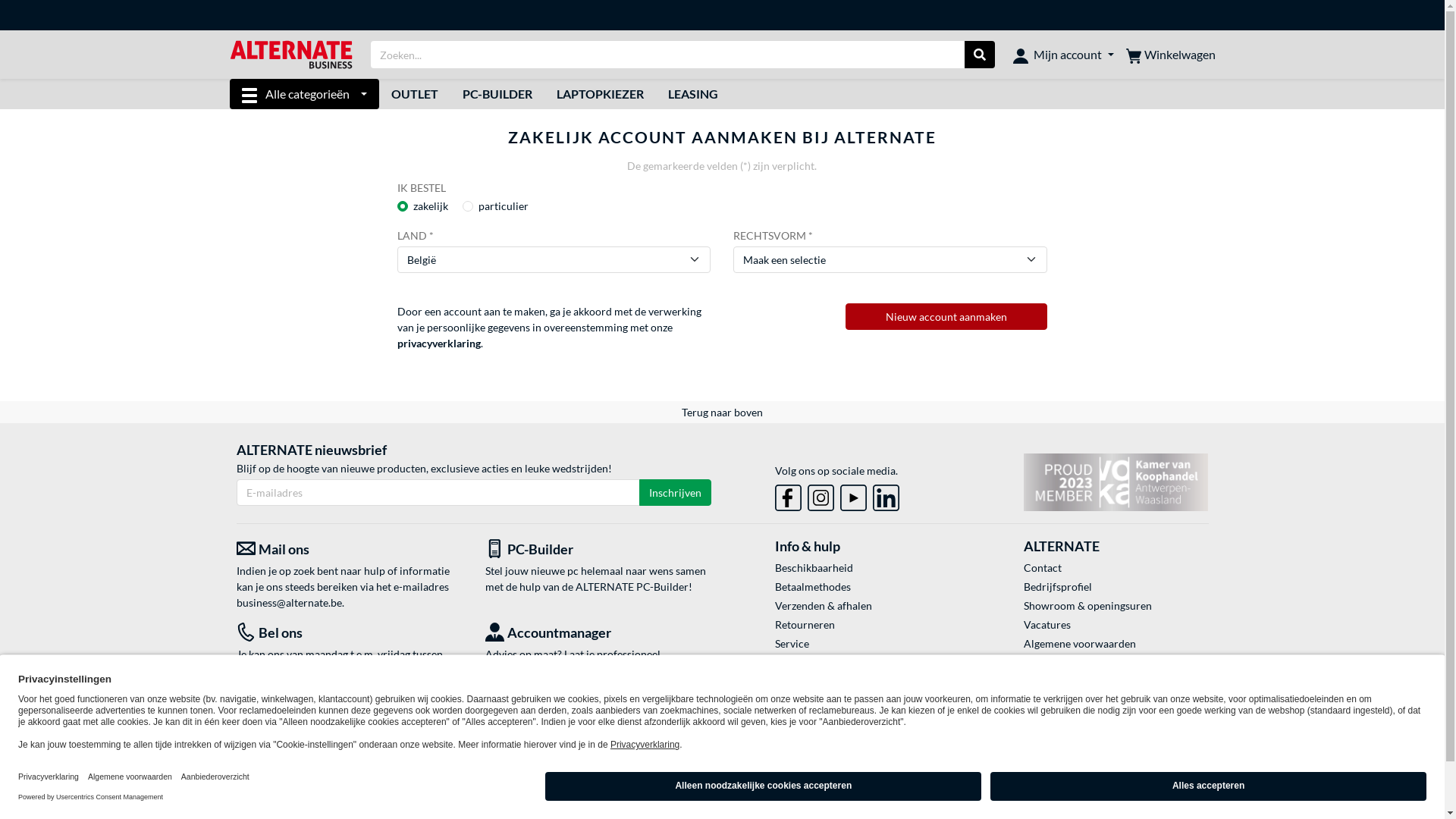 The width and height of the screenshot is (1456, 819). What do you see at coordinates (438, 343) in the screenshot?
I see `'privacyverklaring'` at bounding box center [438, 343].